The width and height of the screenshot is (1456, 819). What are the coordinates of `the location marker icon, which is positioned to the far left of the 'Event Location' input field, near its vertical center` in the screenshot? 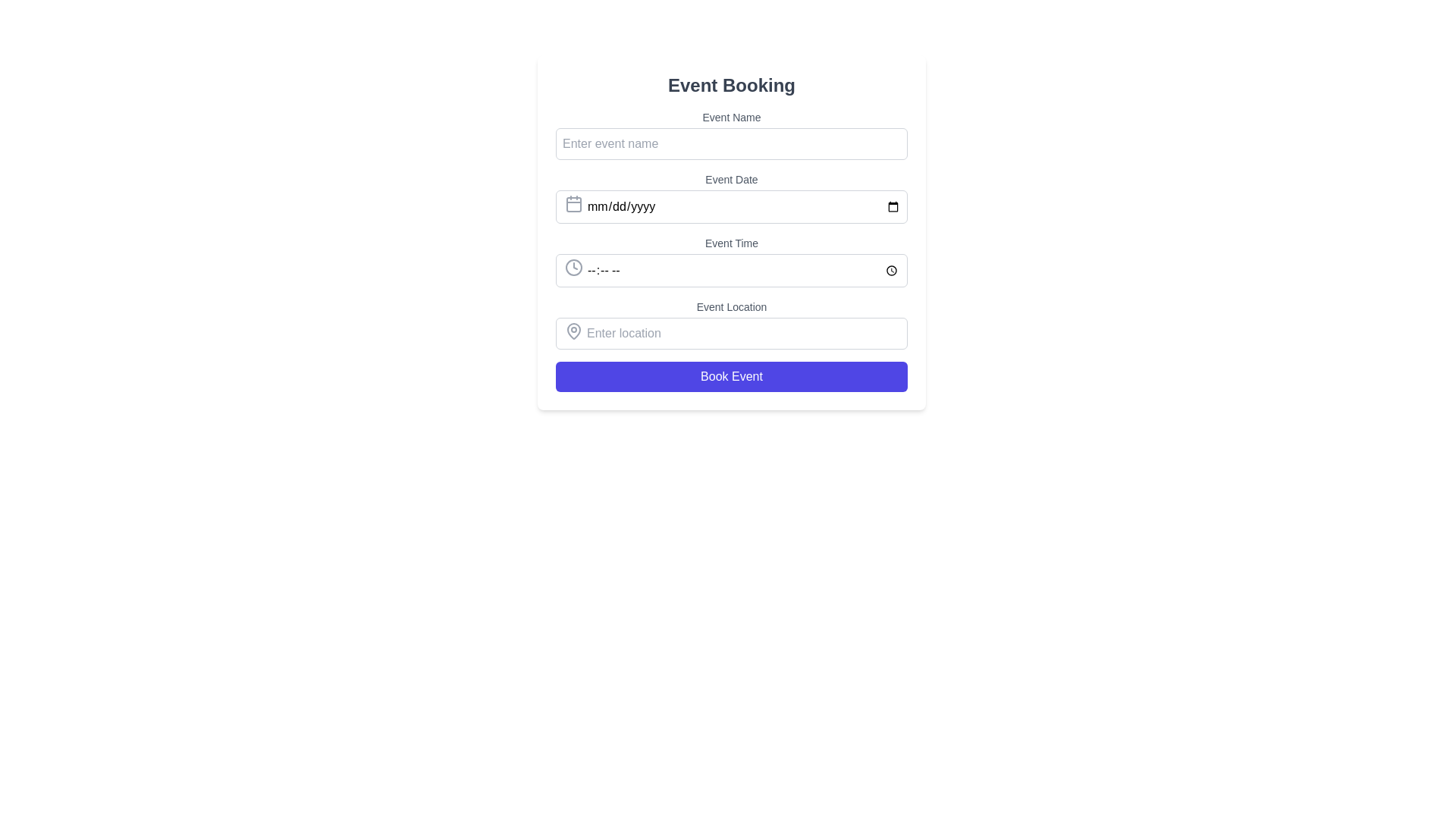 It's located at (573, 330).